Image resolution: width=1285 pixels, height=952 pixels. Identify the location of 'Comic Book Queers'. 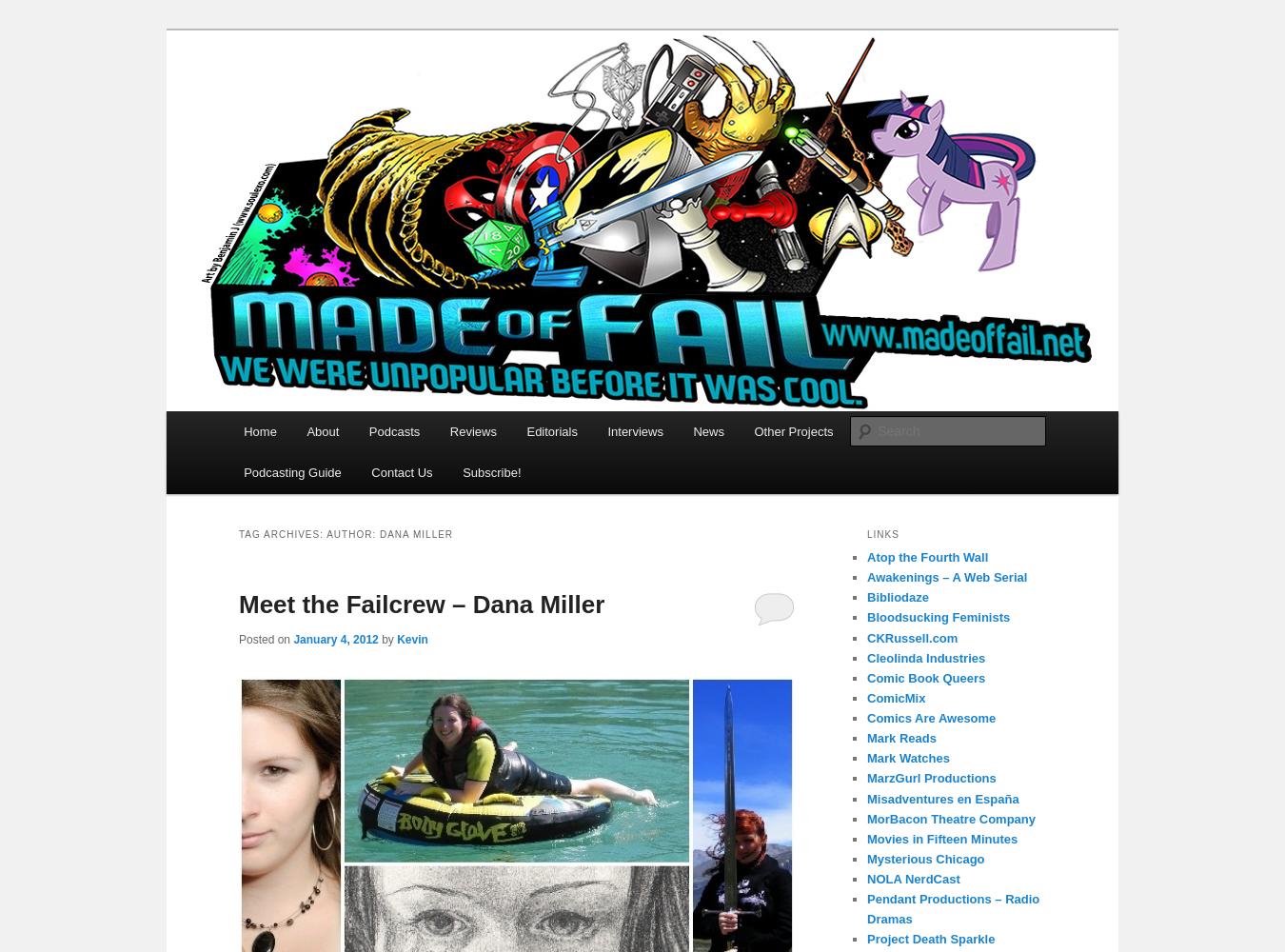
(865, 676).